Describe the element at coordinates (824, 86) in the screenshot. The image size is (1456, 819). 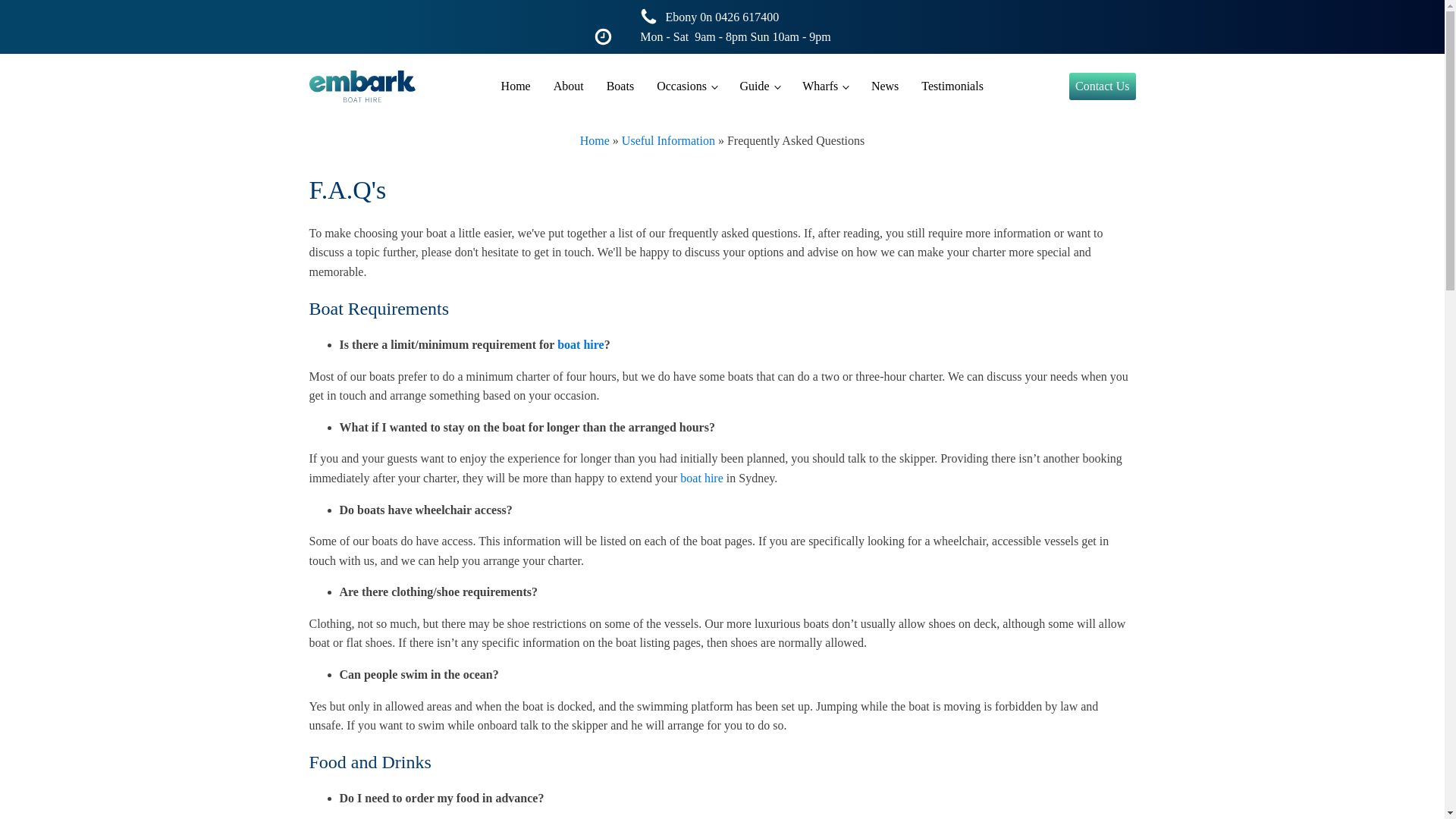
I see `'Wharfs'` at that location.